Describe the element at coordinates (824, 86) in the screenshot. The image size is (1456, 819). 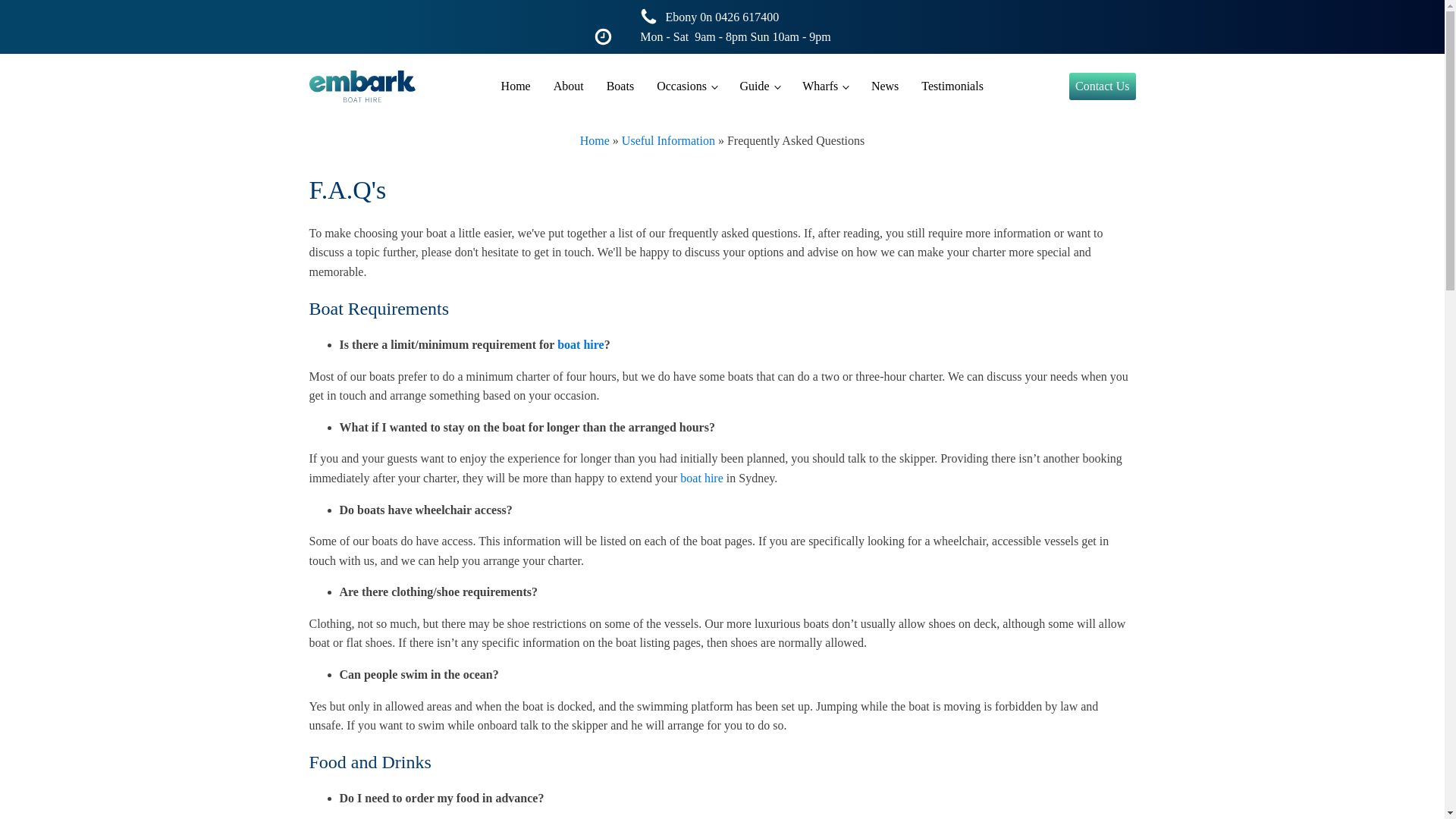
I see `'Wharfs'` at that location.